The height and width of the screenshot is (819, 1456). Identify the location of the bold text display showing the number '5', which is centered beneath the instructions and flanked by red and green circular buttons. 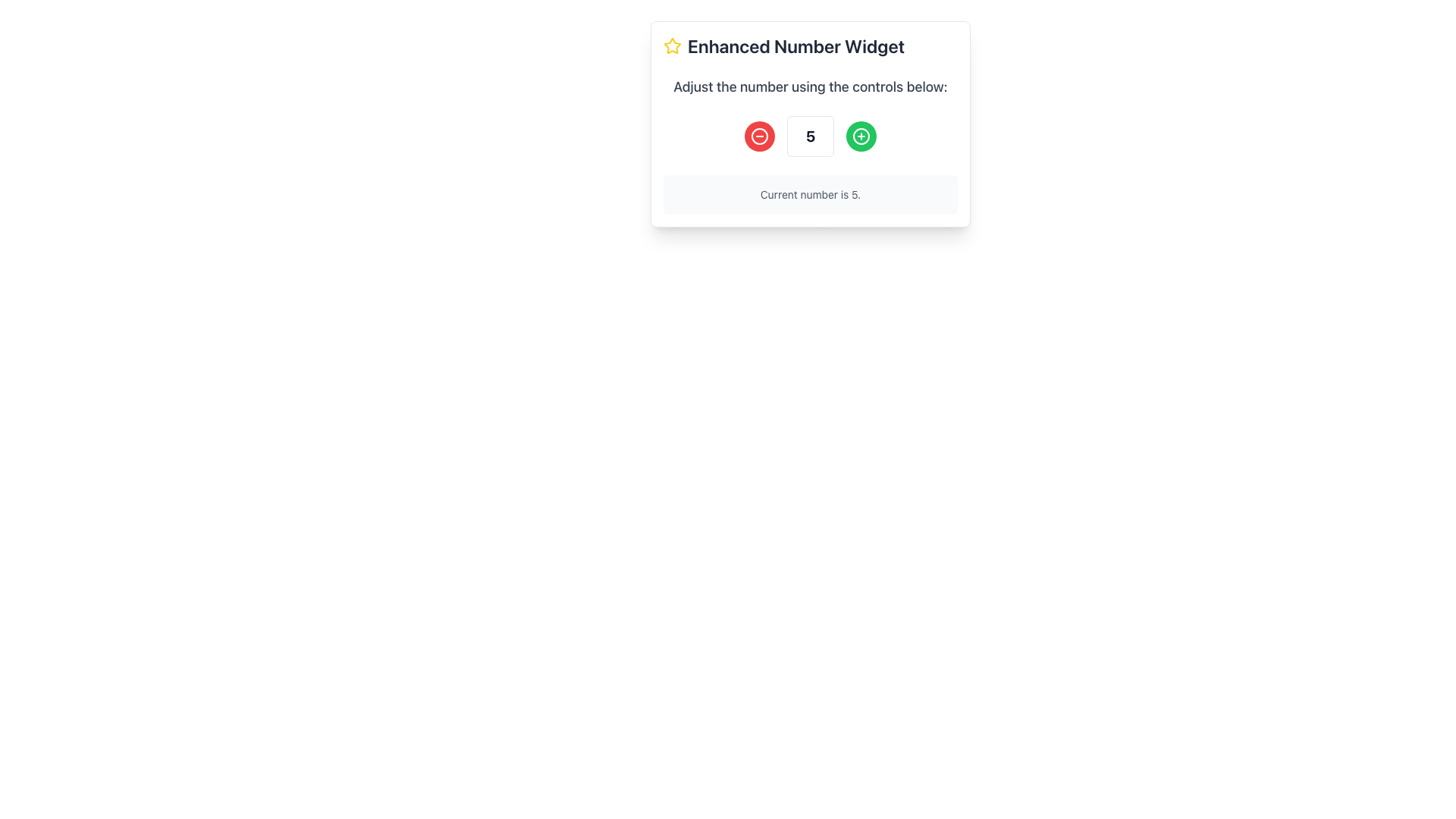
(810, 136).